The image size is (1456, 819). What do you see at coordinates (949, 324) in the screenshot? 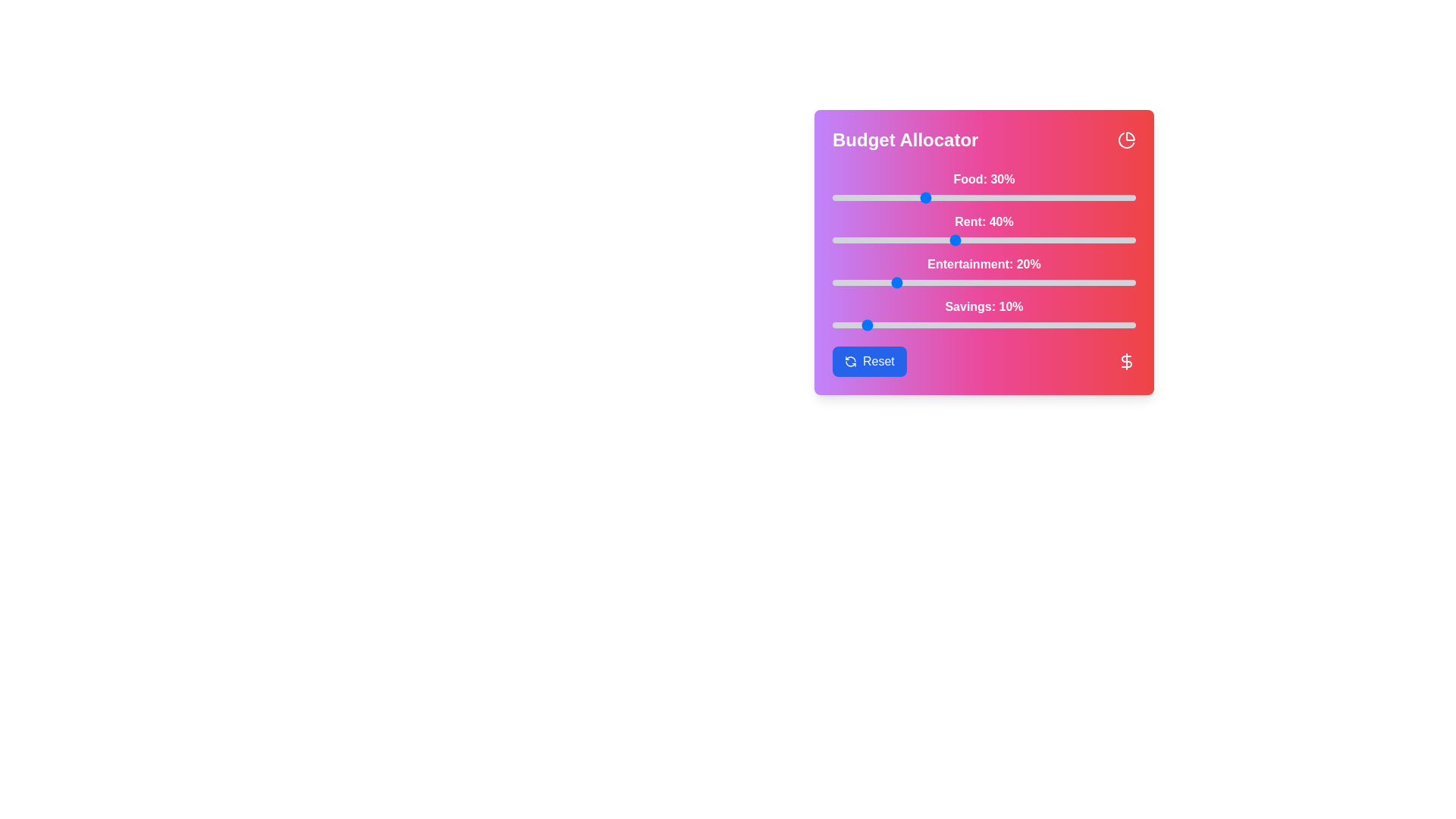
I see `the savings slider` at bounding box center [949, 324].